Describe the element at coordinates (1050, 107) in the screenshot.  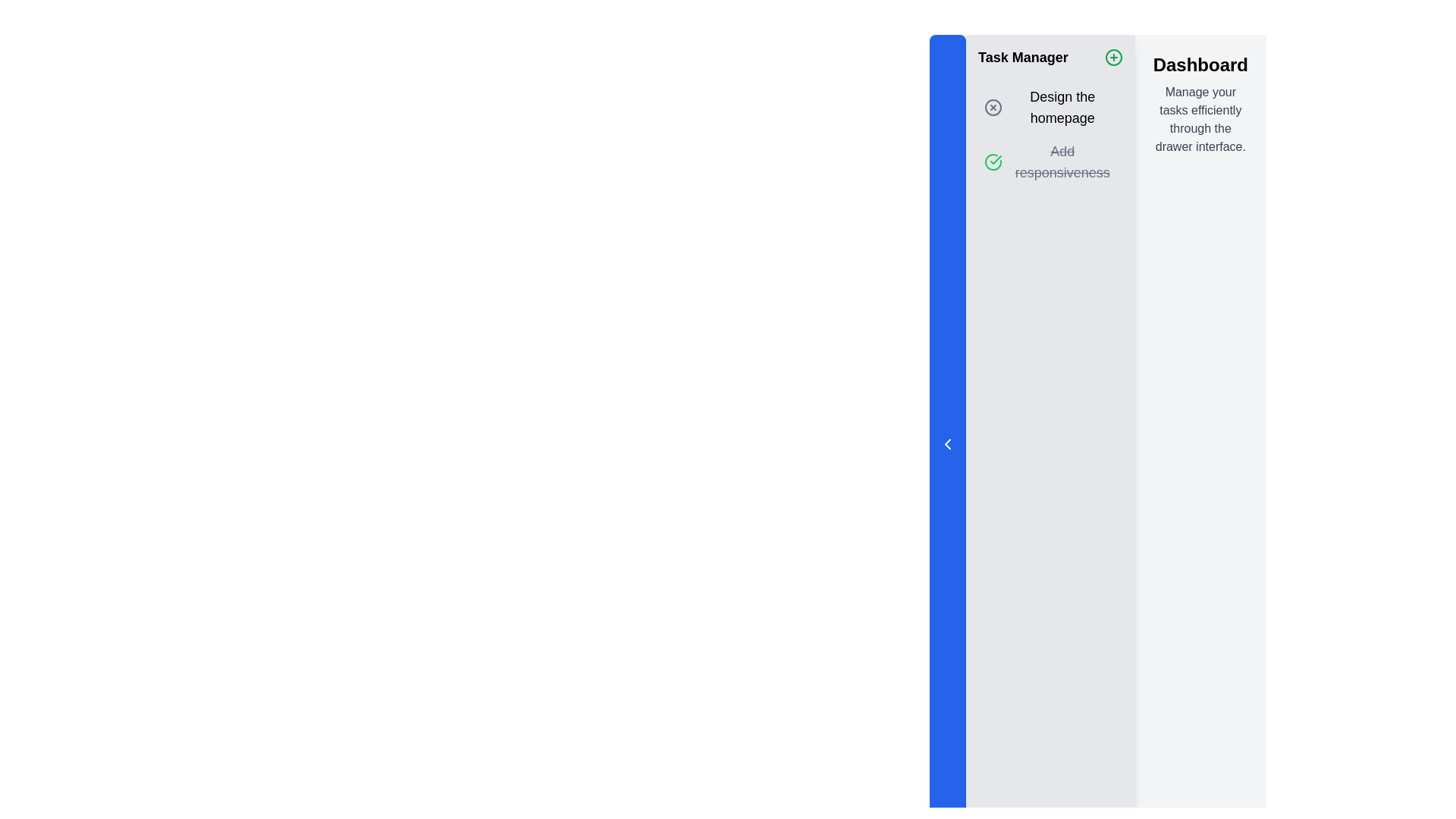
I see `the task item labeled 'Design the homepage' in the 'Task Manager' section` at that location.